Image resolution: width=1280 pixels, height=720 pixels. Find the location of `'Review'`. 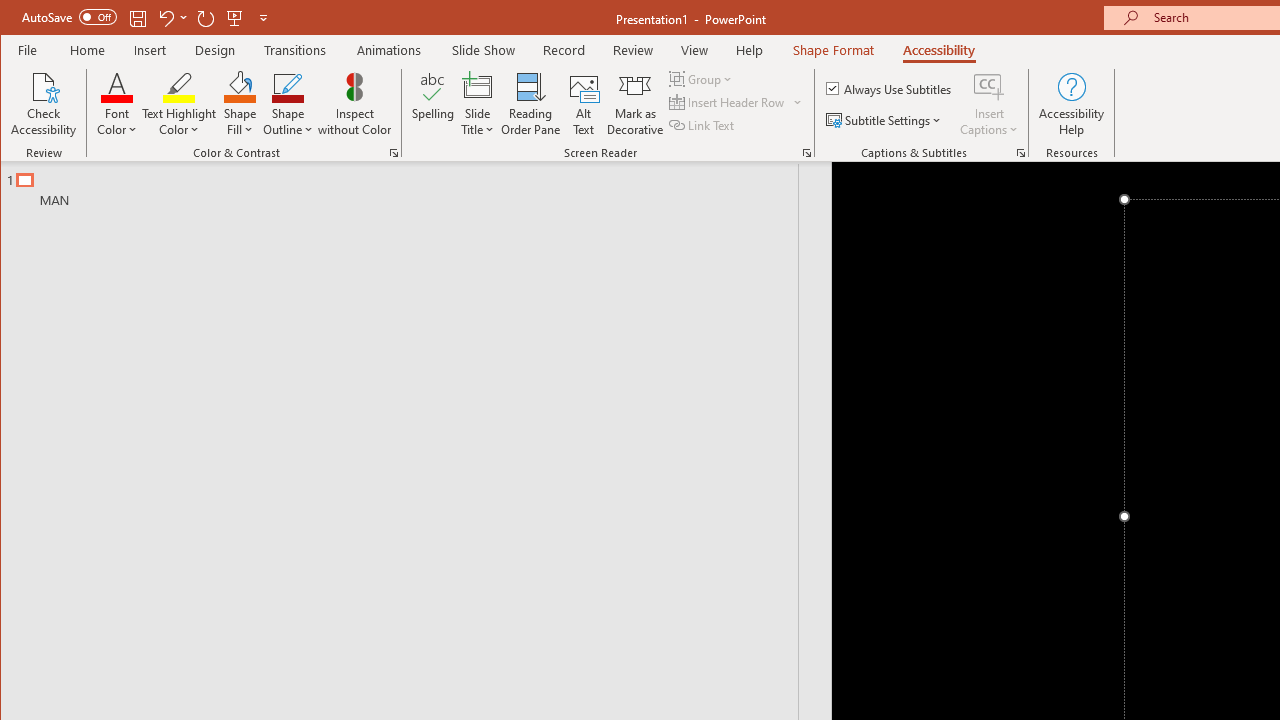

'Review' is located at coordinates (631, 49).